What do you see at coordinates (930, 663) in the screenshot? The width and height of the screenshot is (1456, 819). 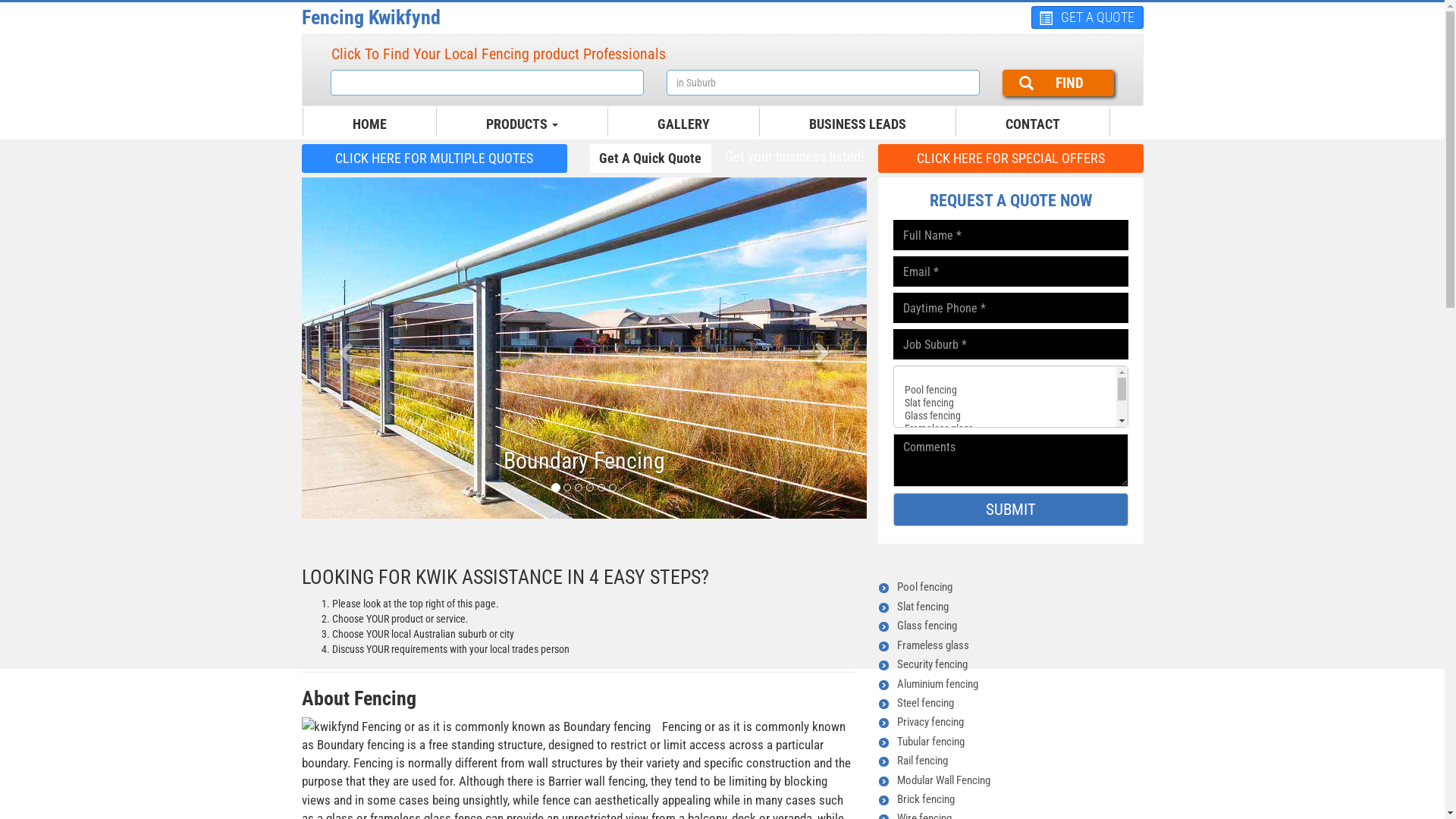 I see `'Security fencing'` at bounding box center [930, 663].